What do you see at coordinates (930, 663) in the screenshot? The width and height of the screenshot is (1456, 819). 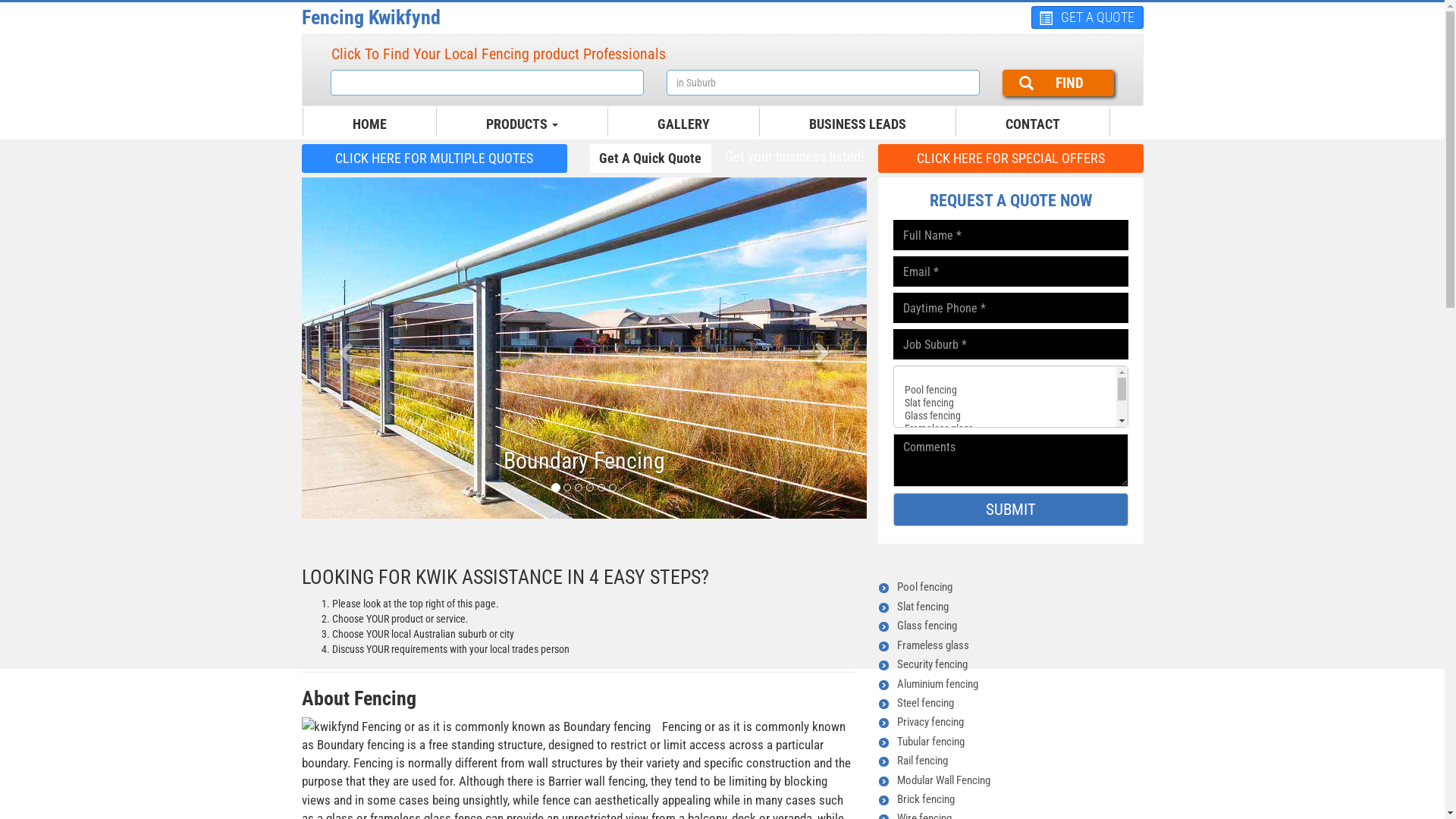 I see `'Security fencing'` at bounding box center [930, 663].